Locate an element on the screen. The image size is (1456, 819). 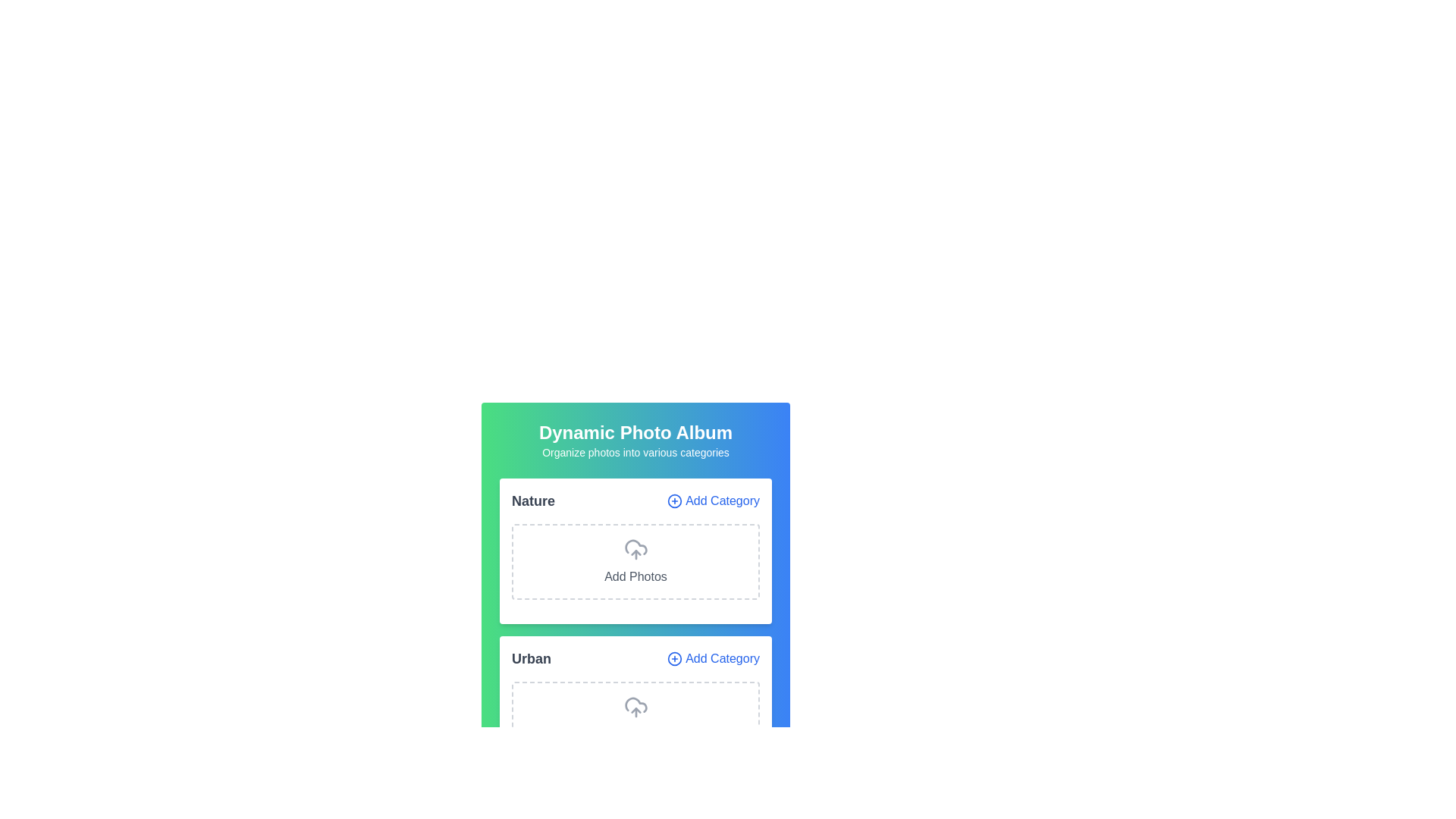
the center of the interactive upload area, which is a rectangular box with dashed borders and the text 'Add Photos', to potentially open a file selector is located at coordinates (635, 718).